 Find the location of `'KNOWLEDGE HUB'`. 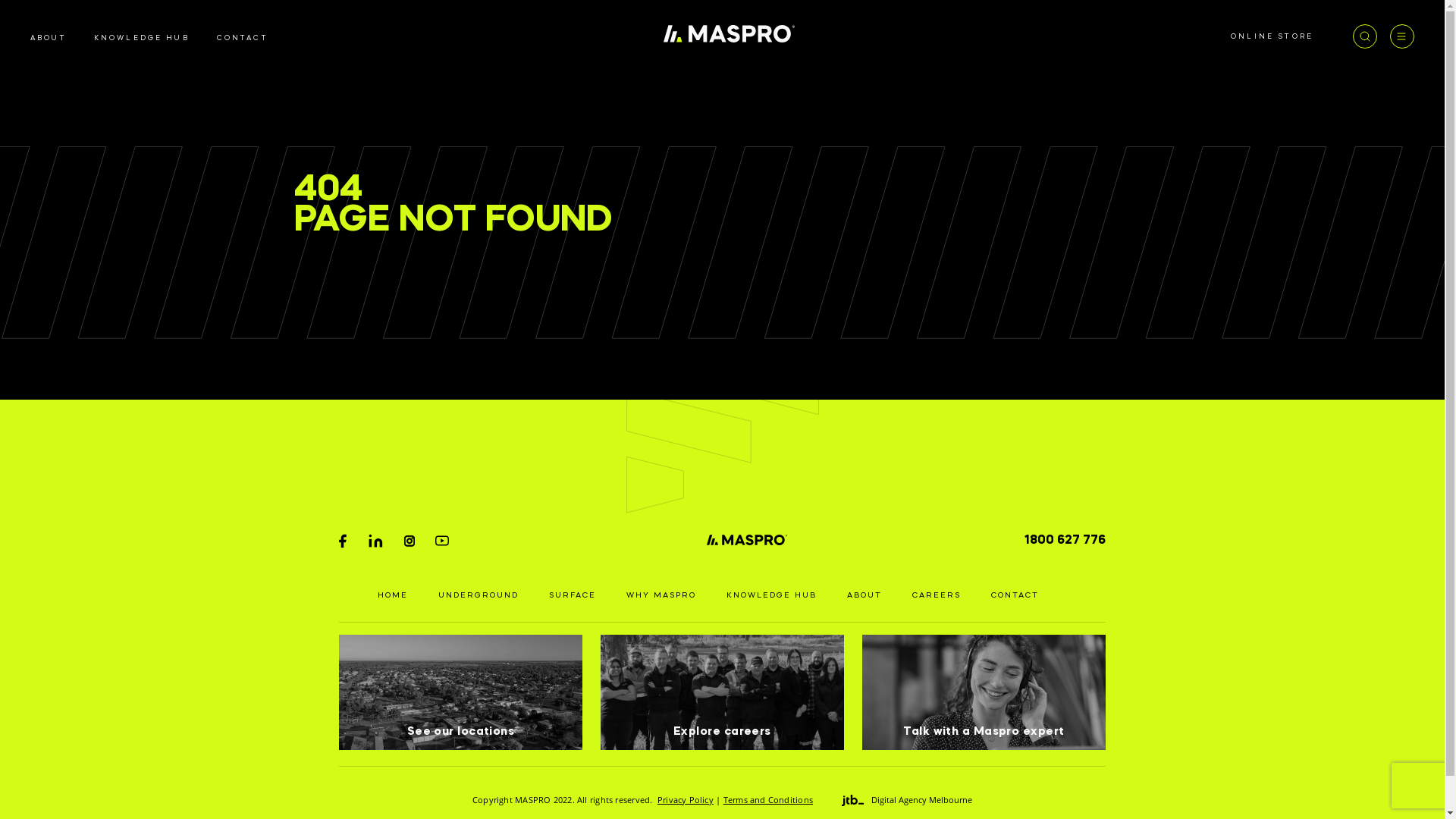

'KNOWLEDGE HUB' is located at coordinates (142, 37).